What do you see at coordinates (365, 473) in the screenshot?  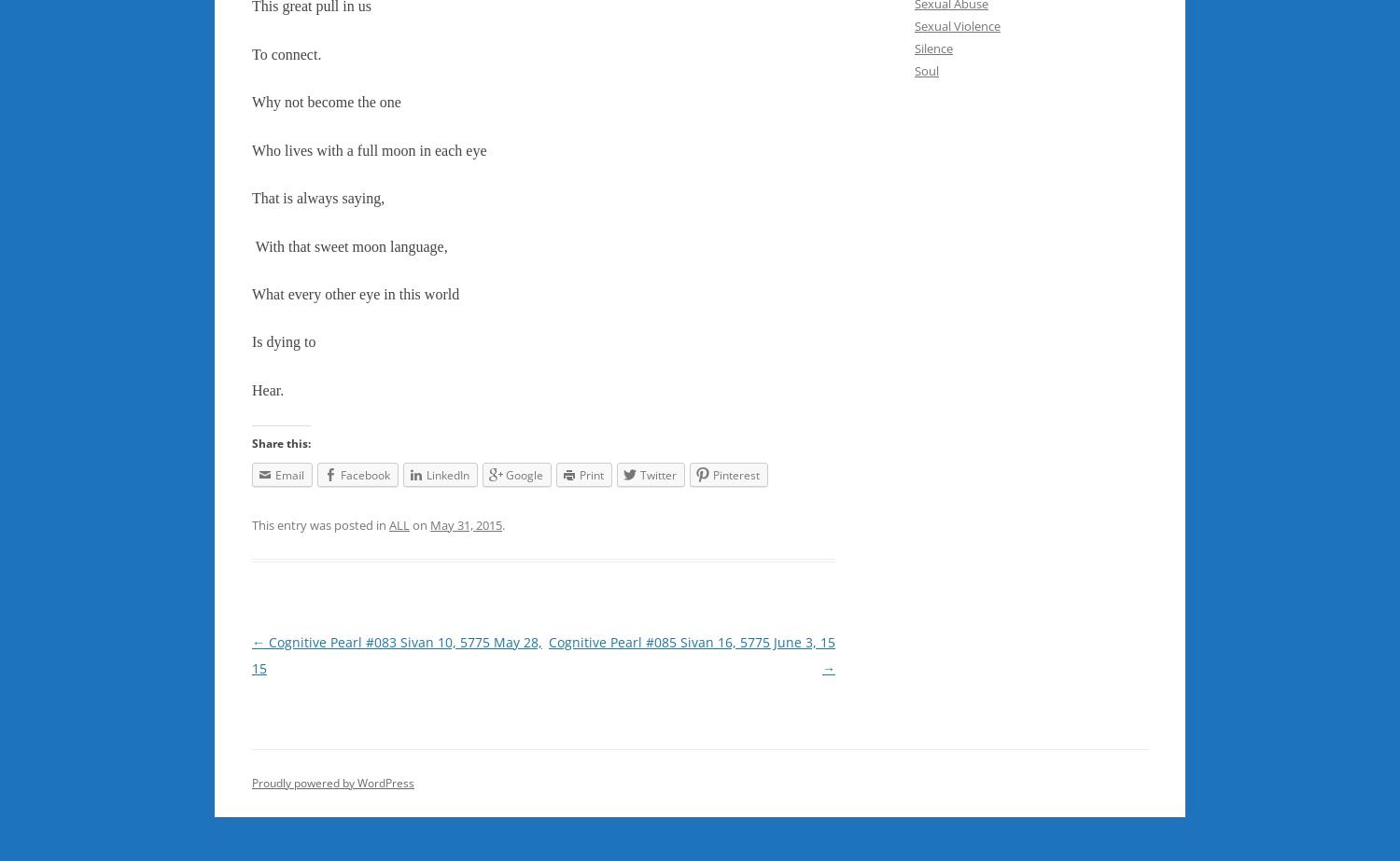 I see `'Facebook'` at bounding box center [365, 473].